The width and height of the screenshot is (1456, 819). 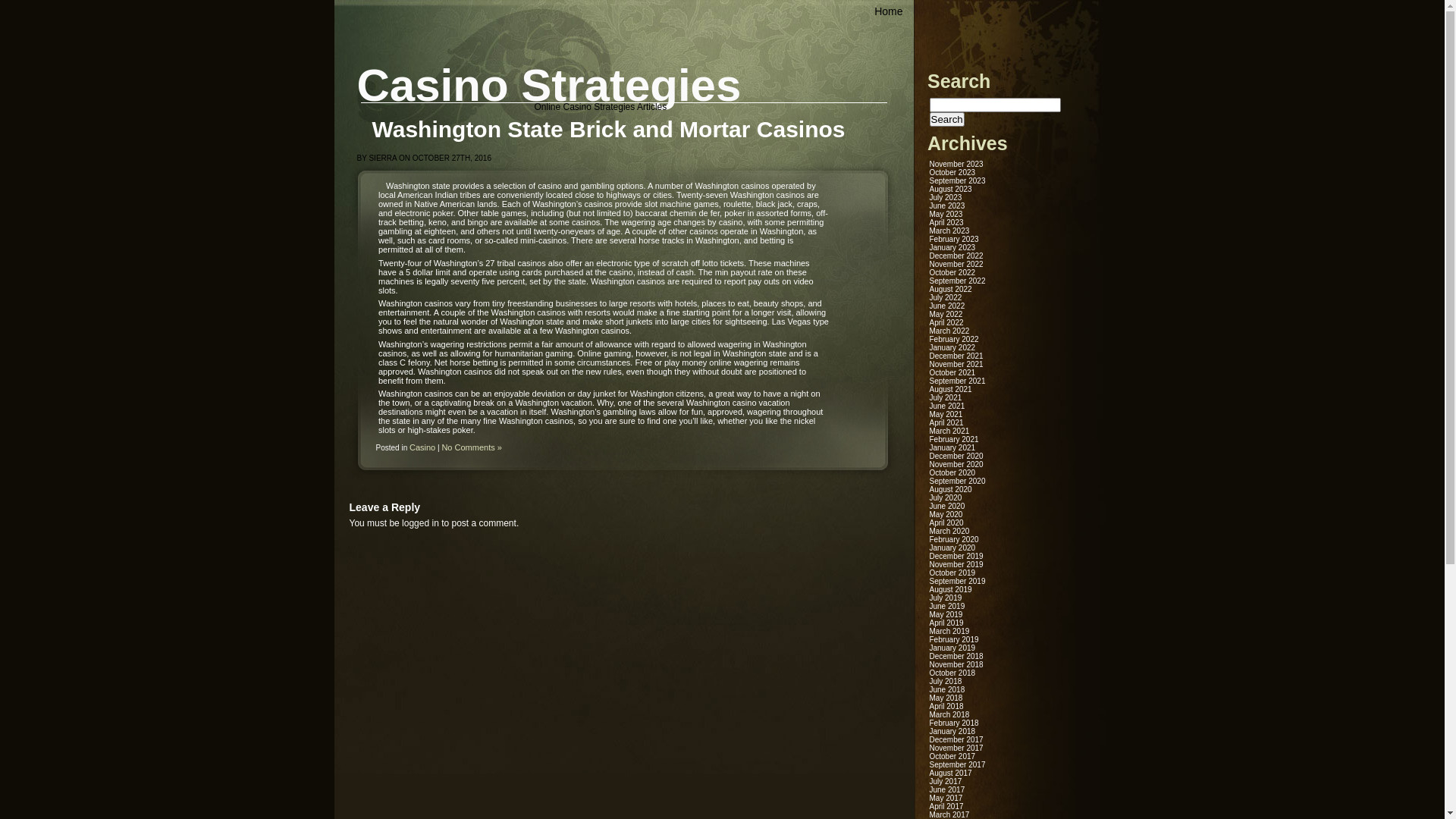 I want to click on 'February 2019', so click(x=953, y=639).